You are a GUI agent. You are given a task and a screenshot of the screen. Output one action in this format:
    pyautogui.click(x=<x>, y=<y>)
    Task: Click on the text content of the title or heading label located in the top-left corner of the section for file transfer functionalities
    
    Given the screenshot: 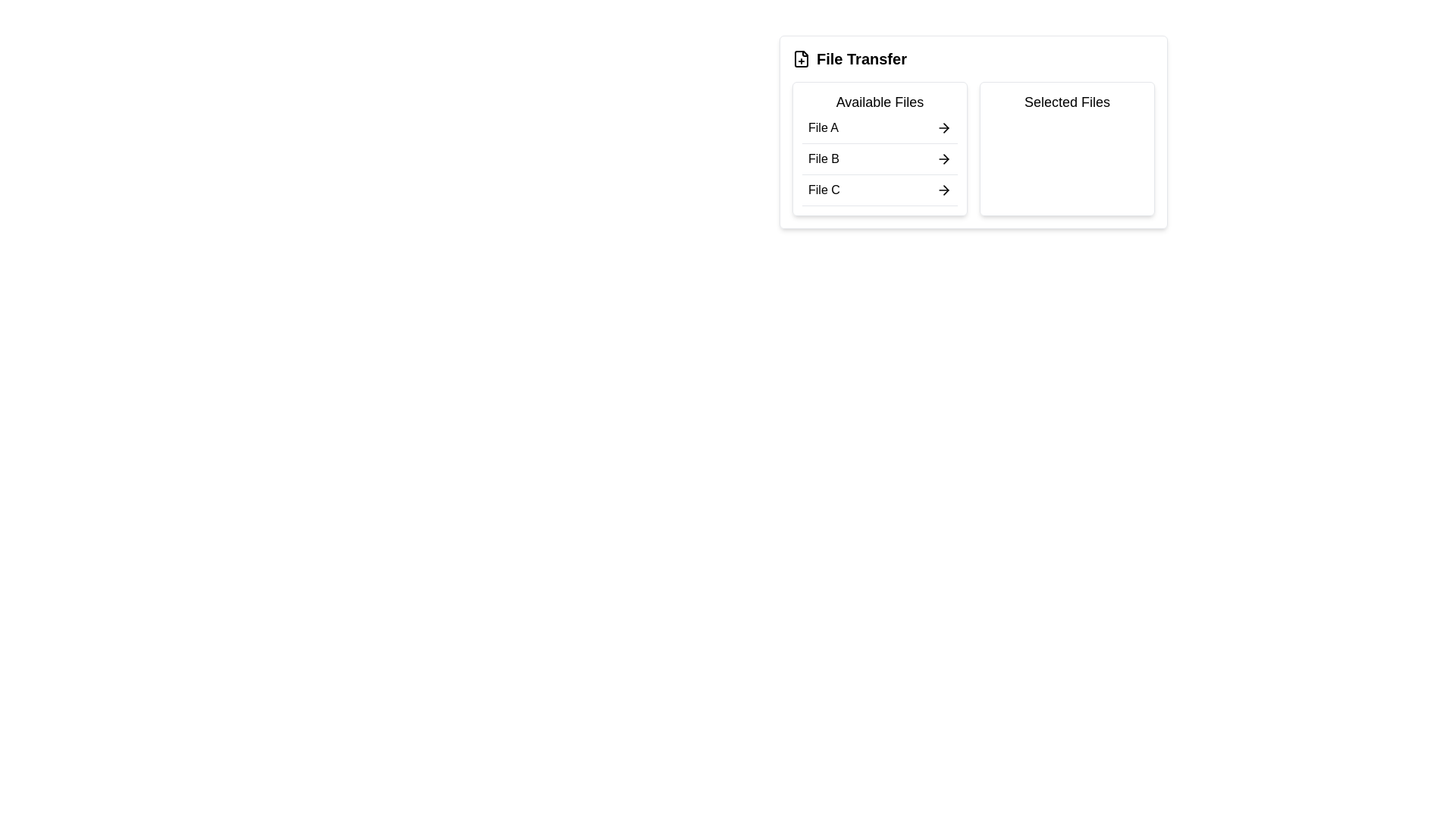 What is the action you would take?
    pyautogui.click(x=861, y=58)
    